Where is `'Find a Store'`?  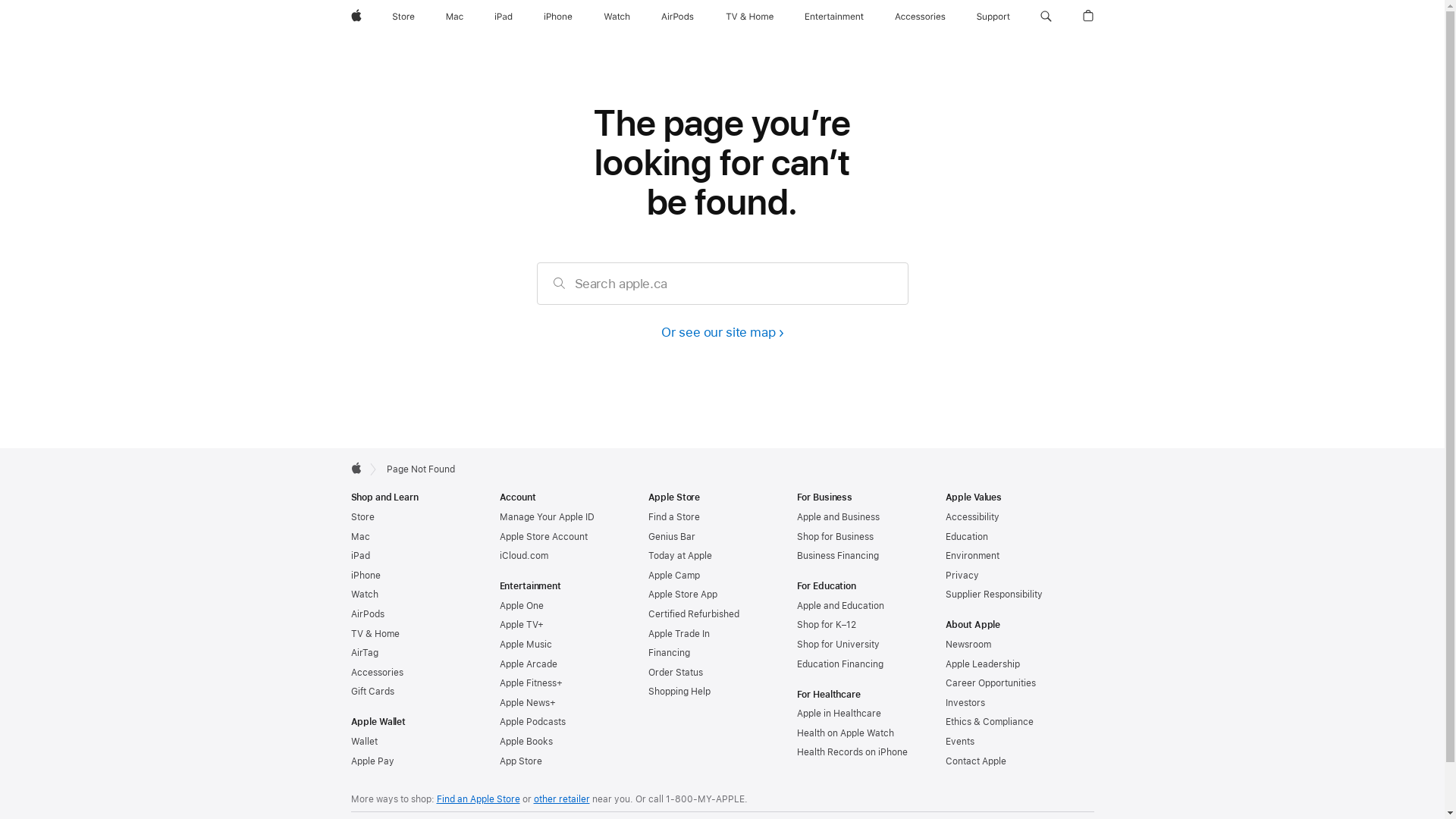 'Find a Store' is located at coordinates (673, 516).